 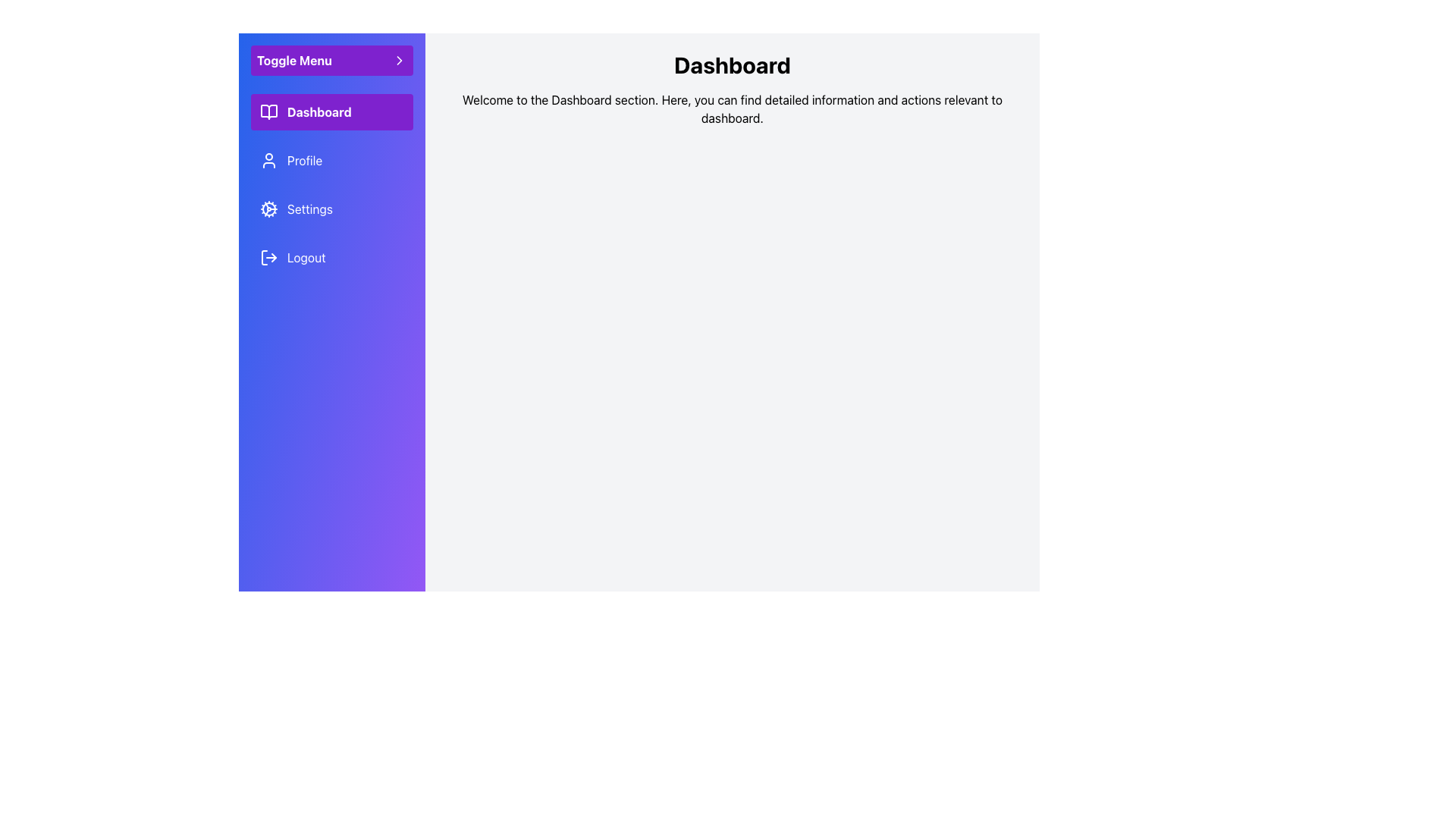 I want to click on the static text displaying the welcome message 'Welcome to the Dashboard section. Here, you can find detailed information and actions relevant to dashboard.' located beneath the 'Dashboard' title, so click(x=732, y=108).